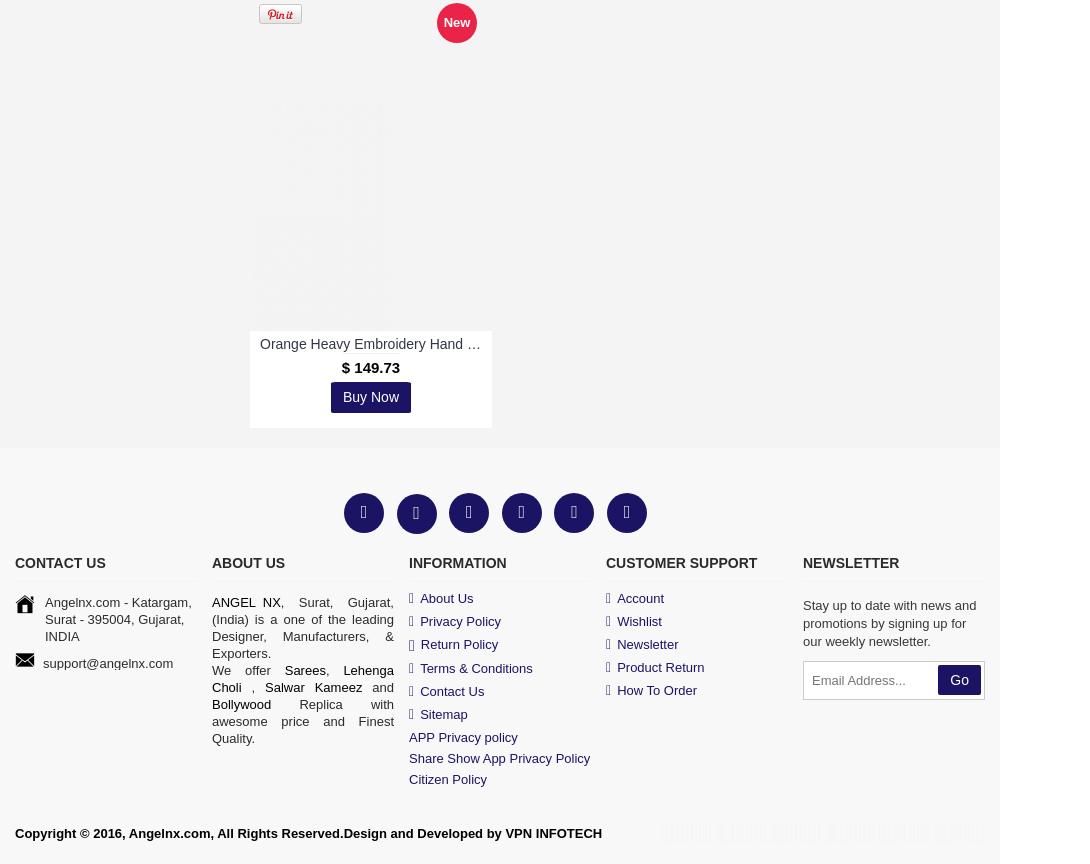 The height and width of the screenshot is (864, 1090). What do you see at coordinates (303, 670) in the screenshot?
I see `'Sarees'` at bounding box center [303, 670].